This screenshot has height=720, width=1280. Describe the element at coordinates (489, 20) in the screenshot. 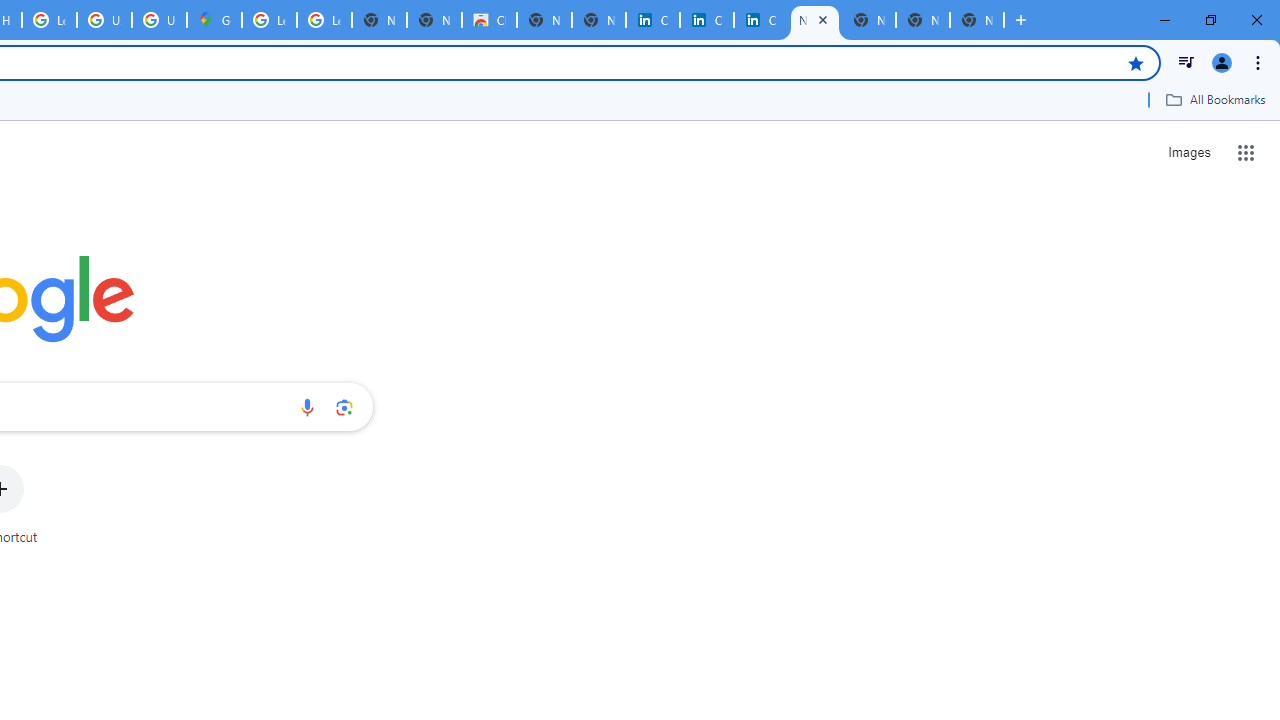

I see `'Chrome Web Store'` at that location.